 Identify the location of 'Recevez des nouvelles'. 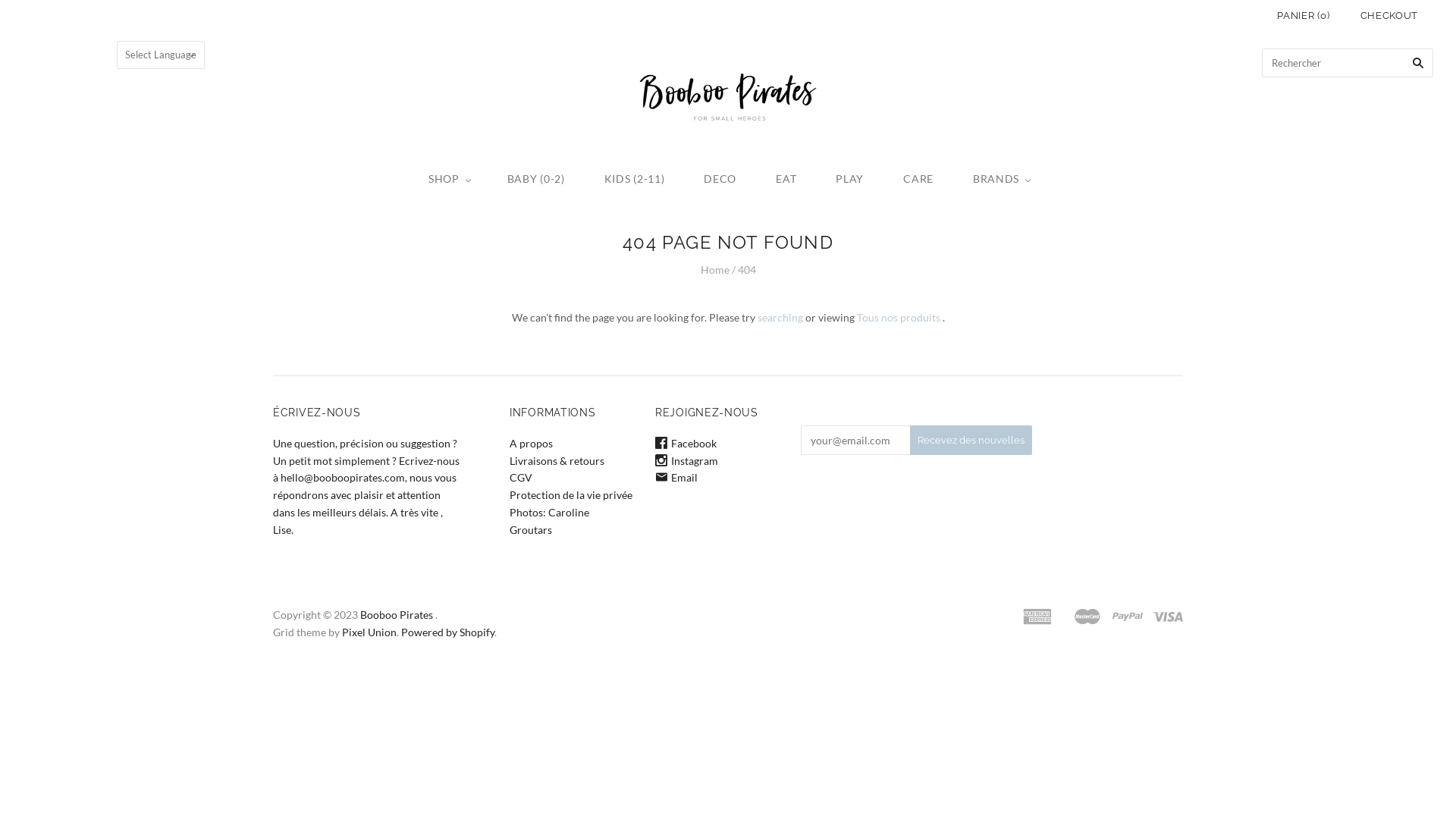
(971, 440).